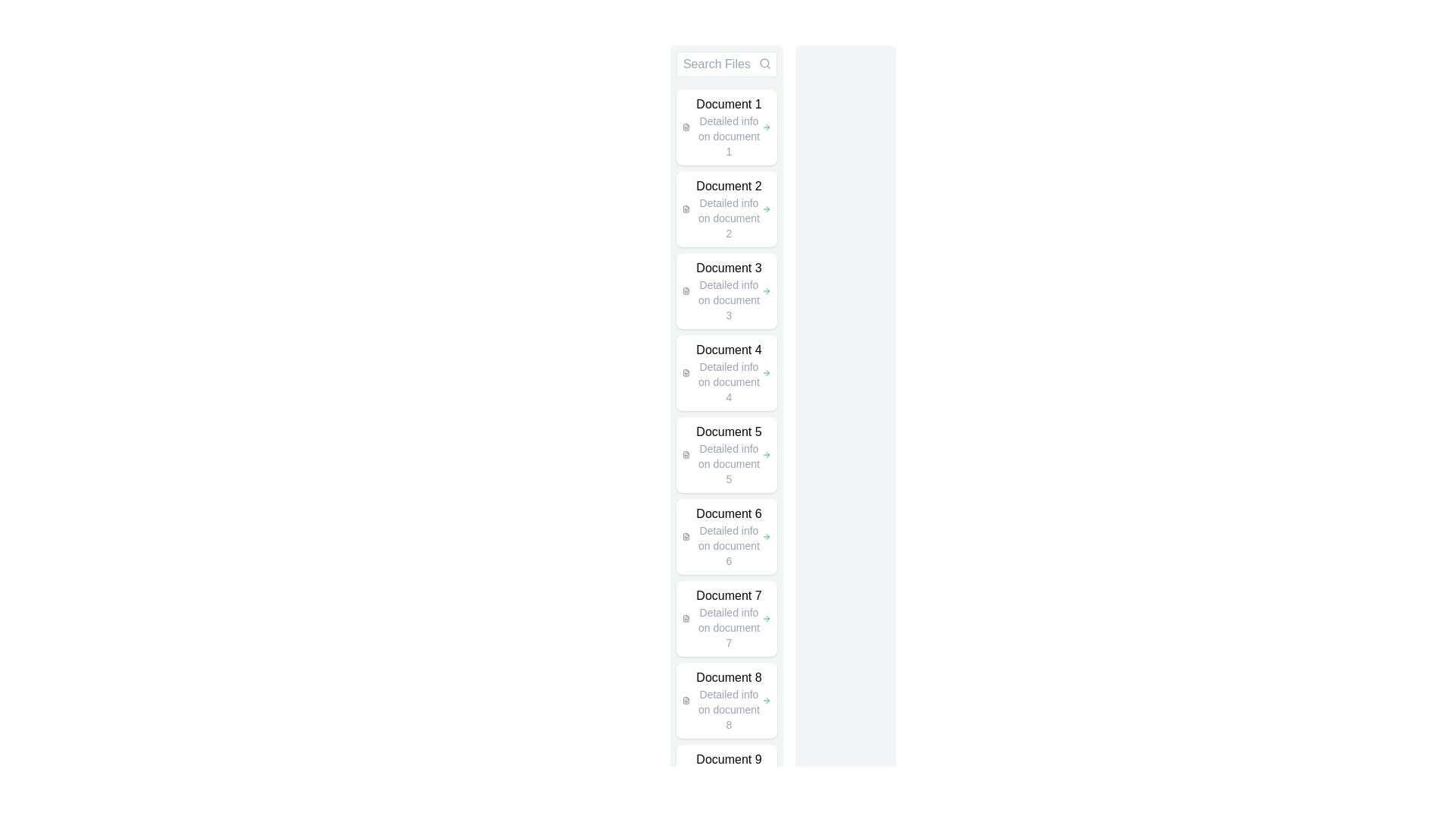  What do you see at coordinates (726, 209) in the screenshot?
I see `the second card item entry in the list` at bounding box center [726, 209].